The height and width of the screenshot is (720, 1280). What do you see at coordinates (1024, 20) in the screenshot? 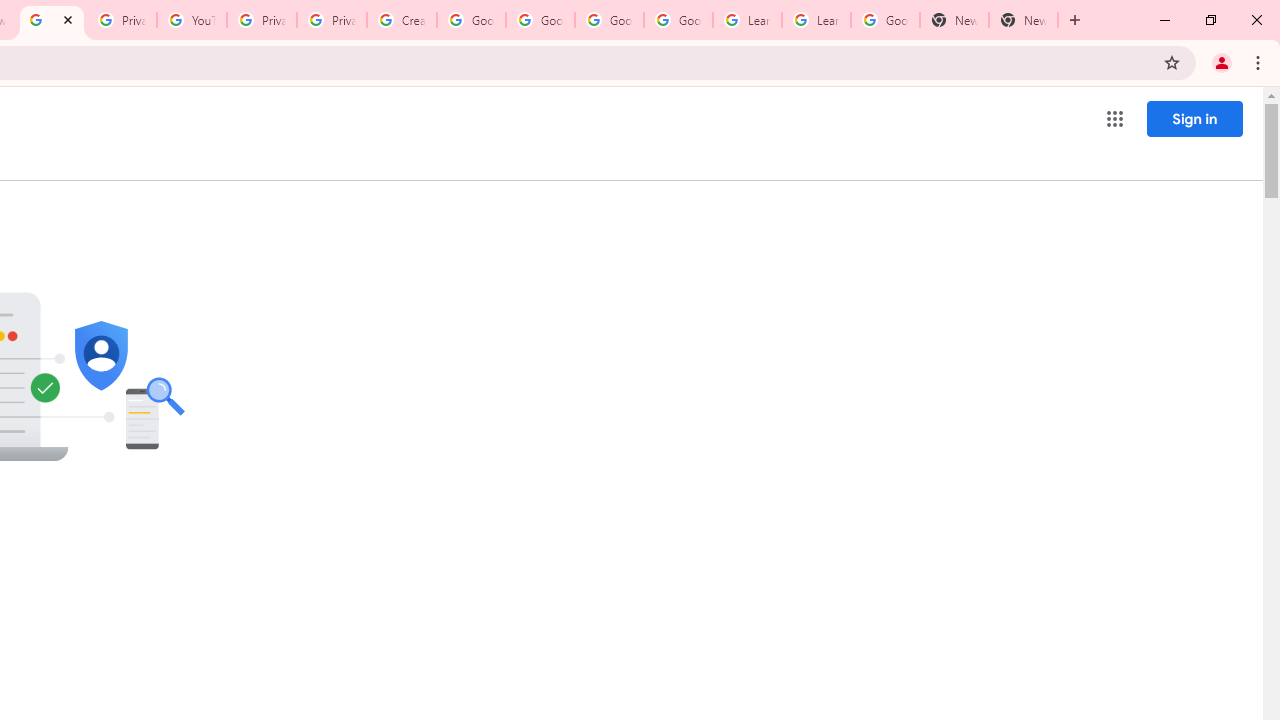
I see `'New Tab'` at bounding box center [1024, 20].